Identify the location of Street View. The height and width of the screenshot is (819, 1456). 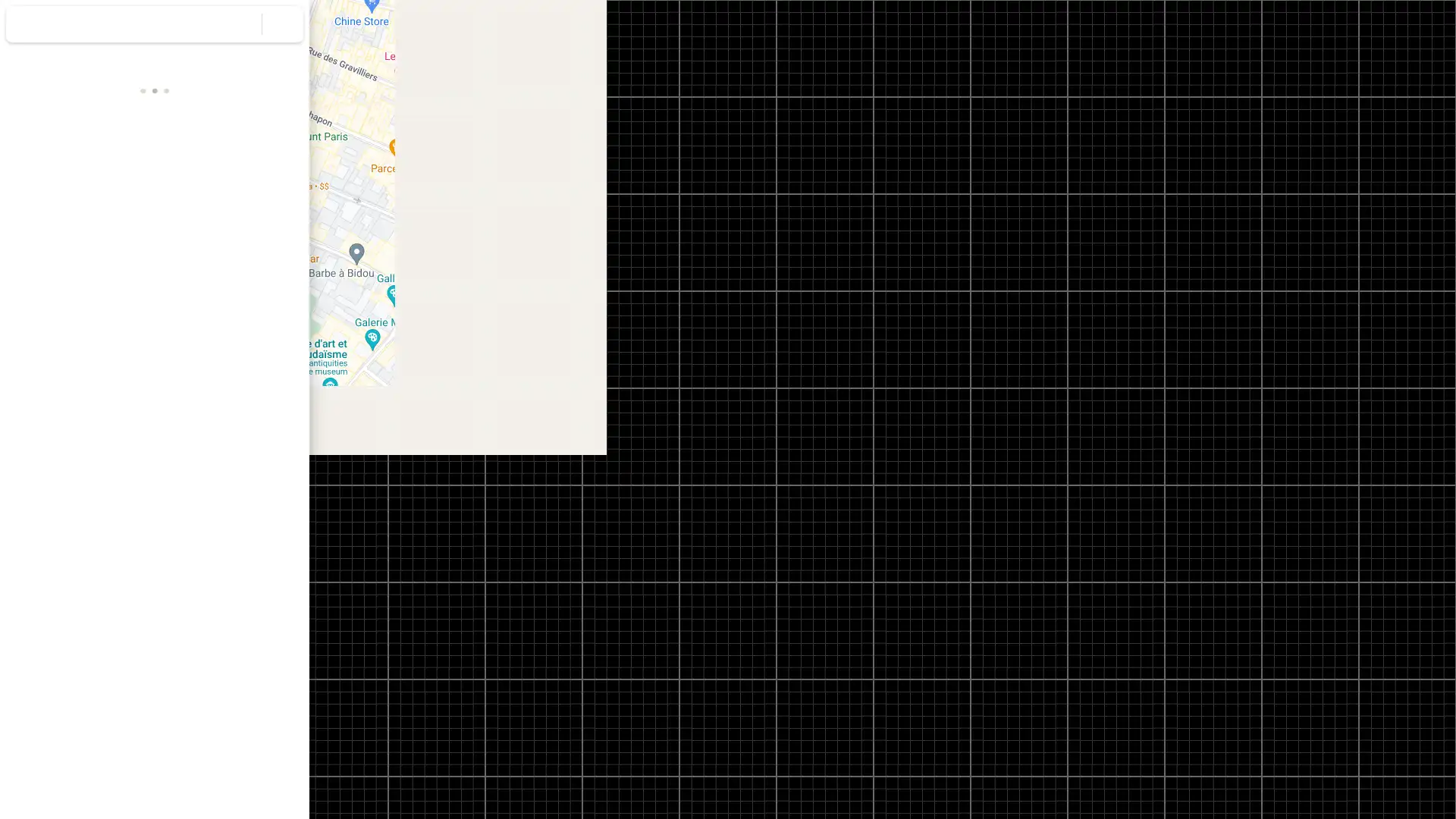
(155, 556).